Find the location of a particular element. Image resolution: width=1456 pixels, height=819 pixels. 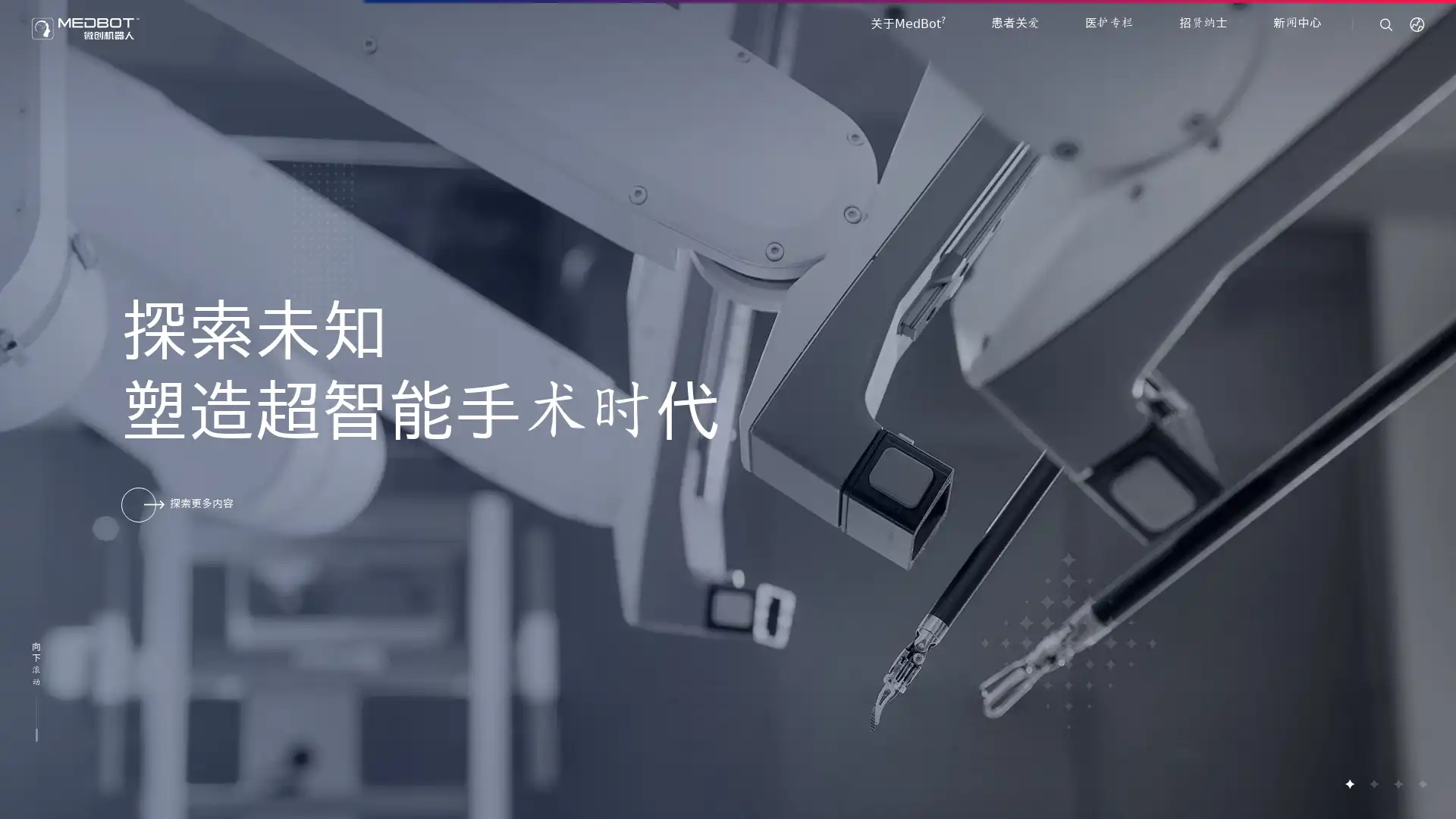

Go to slide 3 is located at coordinates (1397, 783).